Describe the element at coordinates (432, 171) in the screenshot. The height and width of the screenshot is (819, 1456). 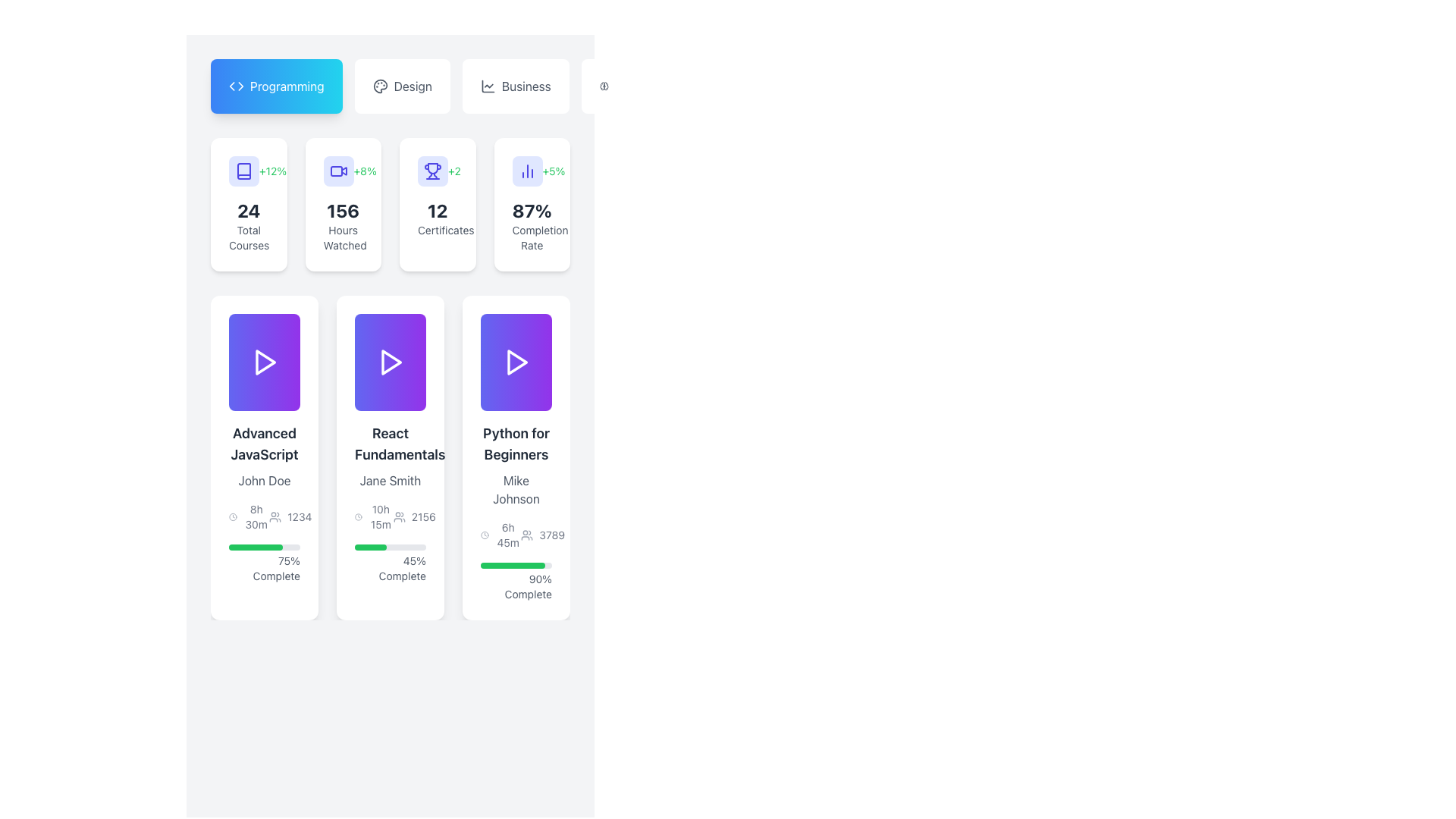
I see `the trophy icon in the light indigo rounded rectangle located in the top-left corner of the third statistics card, which is directly above the text '12 Certificates'` at that location.